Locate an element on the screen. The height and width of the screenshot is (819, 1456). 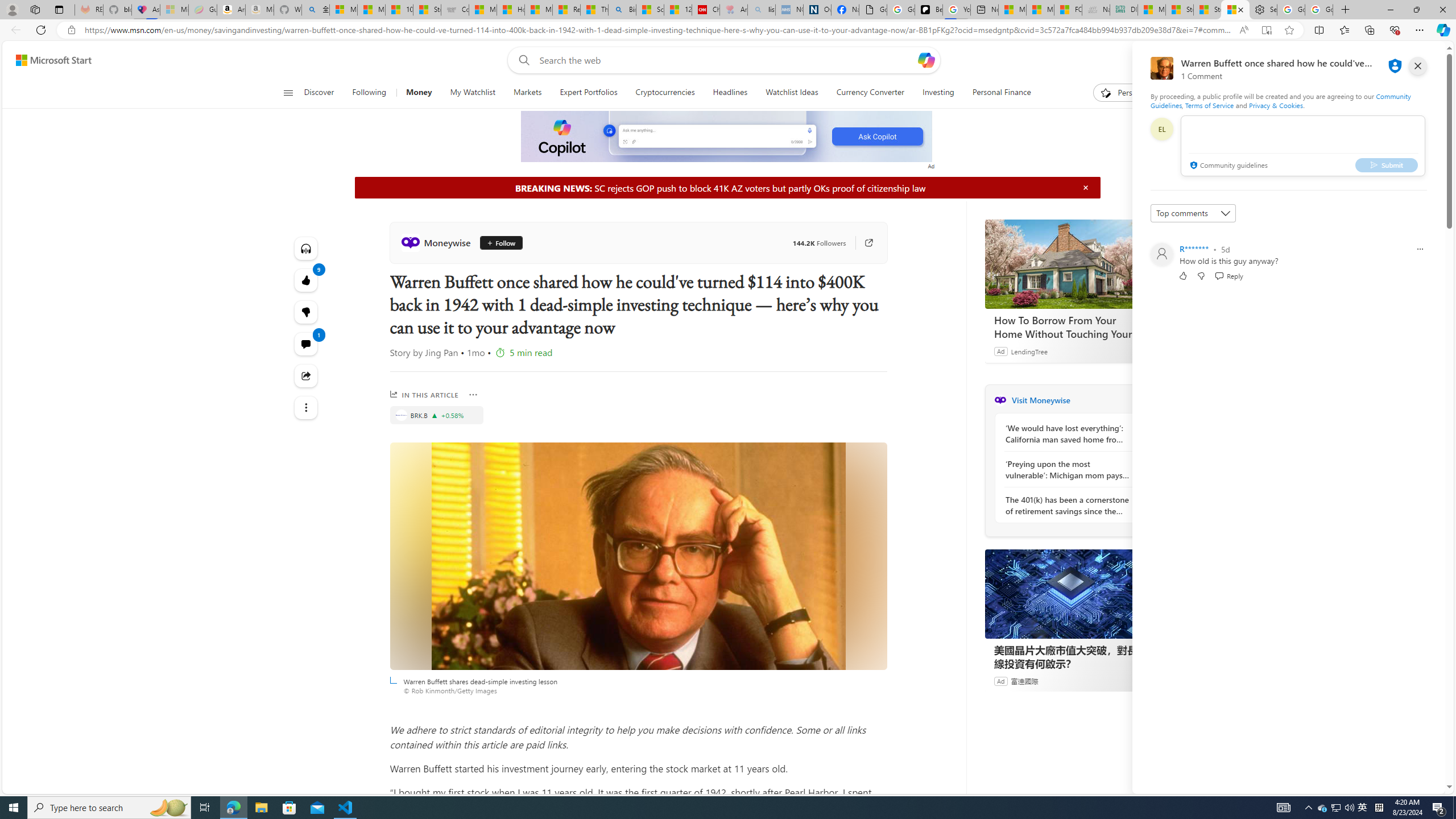
'Markets' is located at coordinates (528, 92).